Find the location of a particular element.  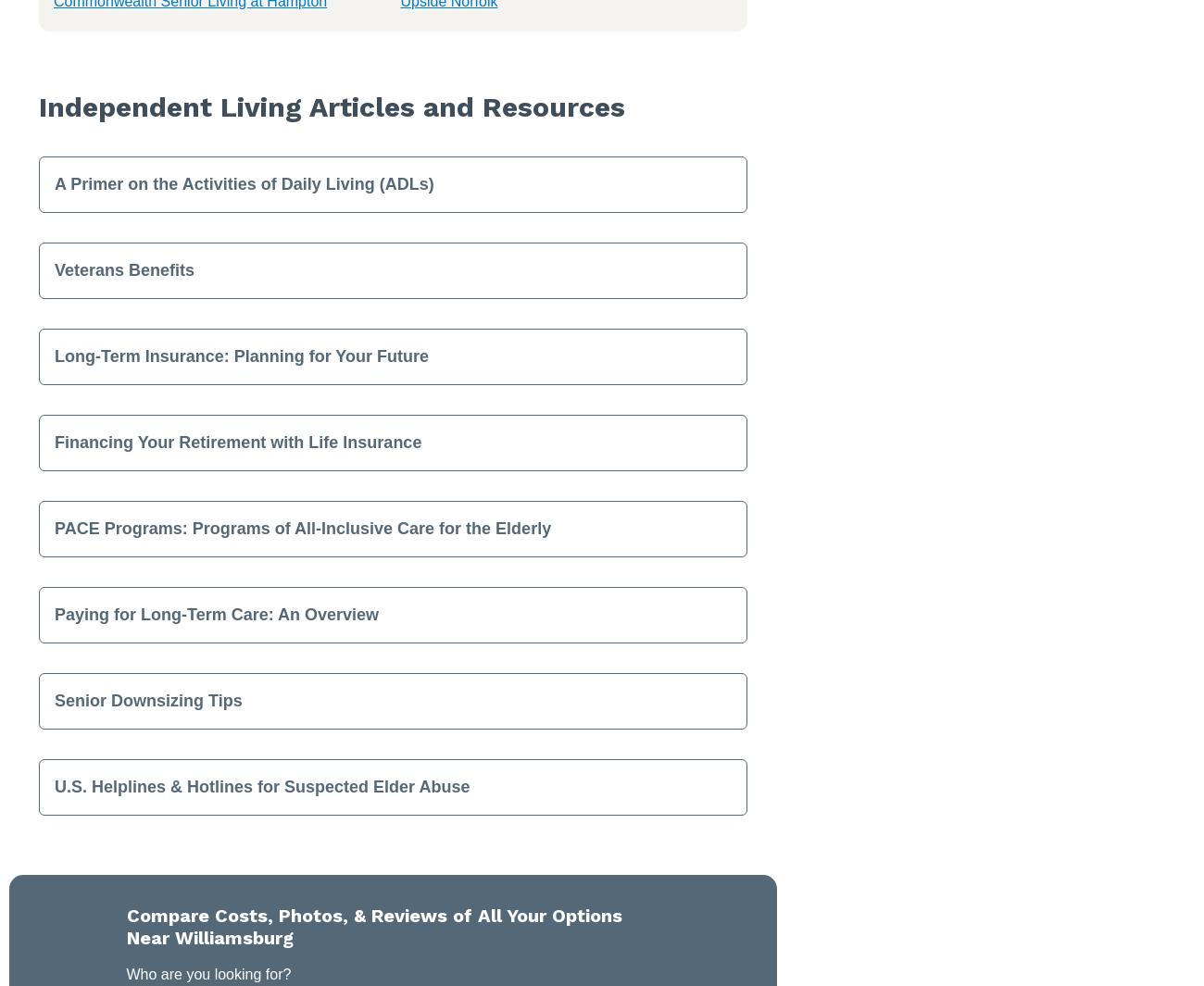

'U.S. Helplines & Hotlines for Suspected Elder Abuse' is located at coordinates (262, 786).